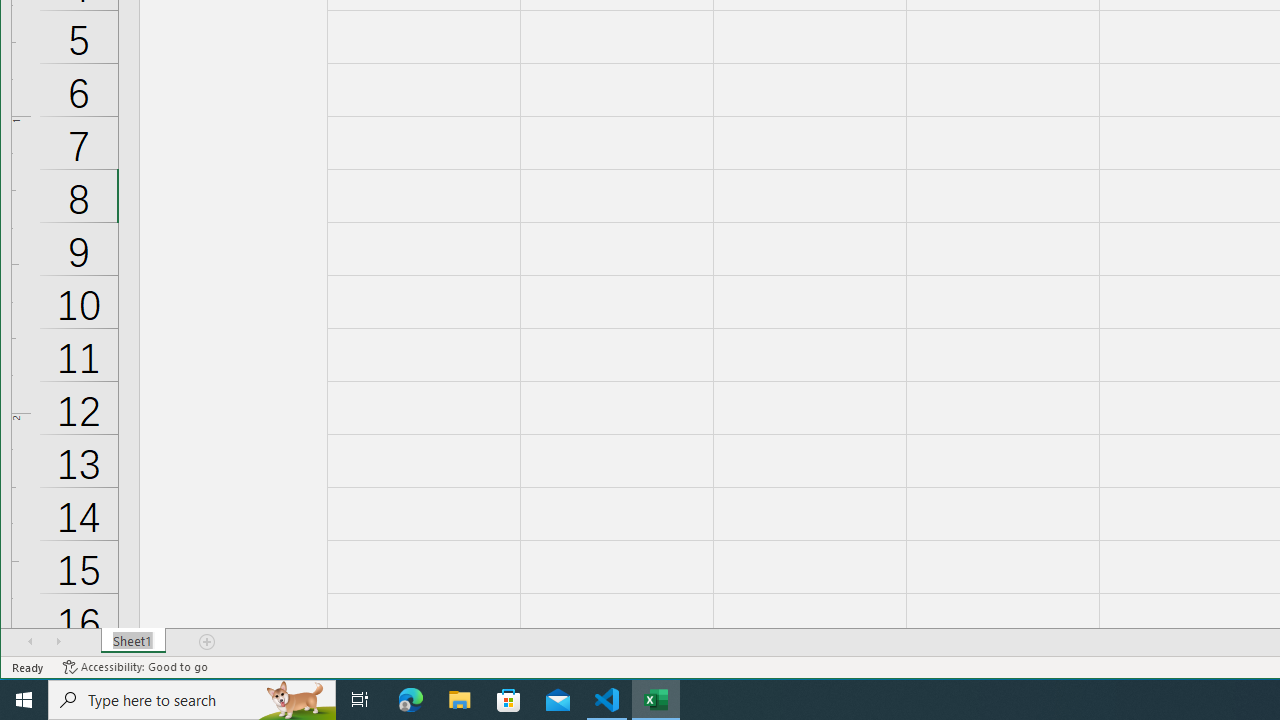 The width and height of the screenshot is (1280, 720). What do you see at coordinates (410, 698) in the screenshot?
I see `'Microsoft Edge'` at bounding box center [410, 698].